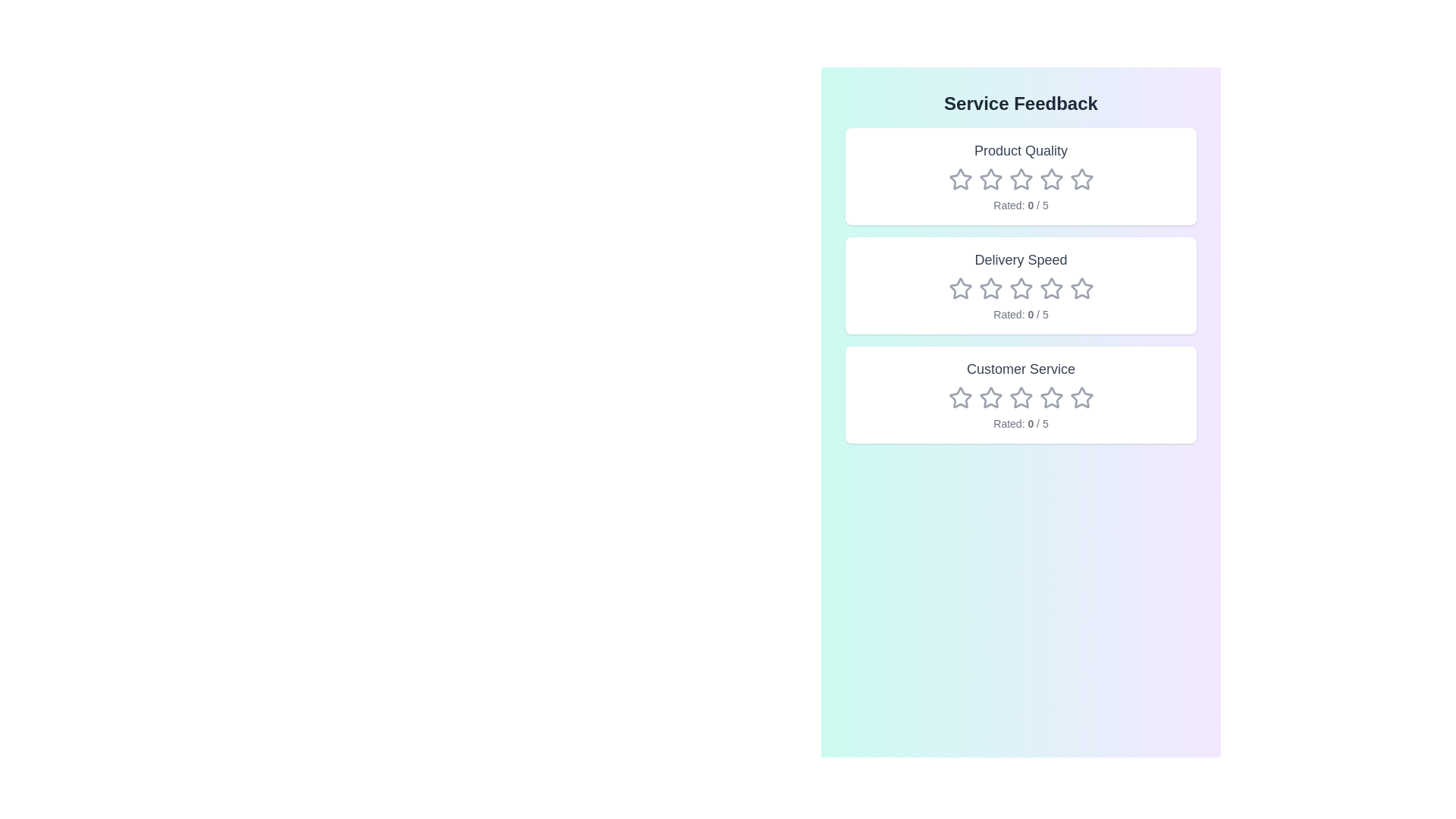  What do you see at coordinates (1021, 178) in the screenshot?
I see `the star icon for 3 stars in the 'Product Quality' section` at bounding box center [1021, 178].